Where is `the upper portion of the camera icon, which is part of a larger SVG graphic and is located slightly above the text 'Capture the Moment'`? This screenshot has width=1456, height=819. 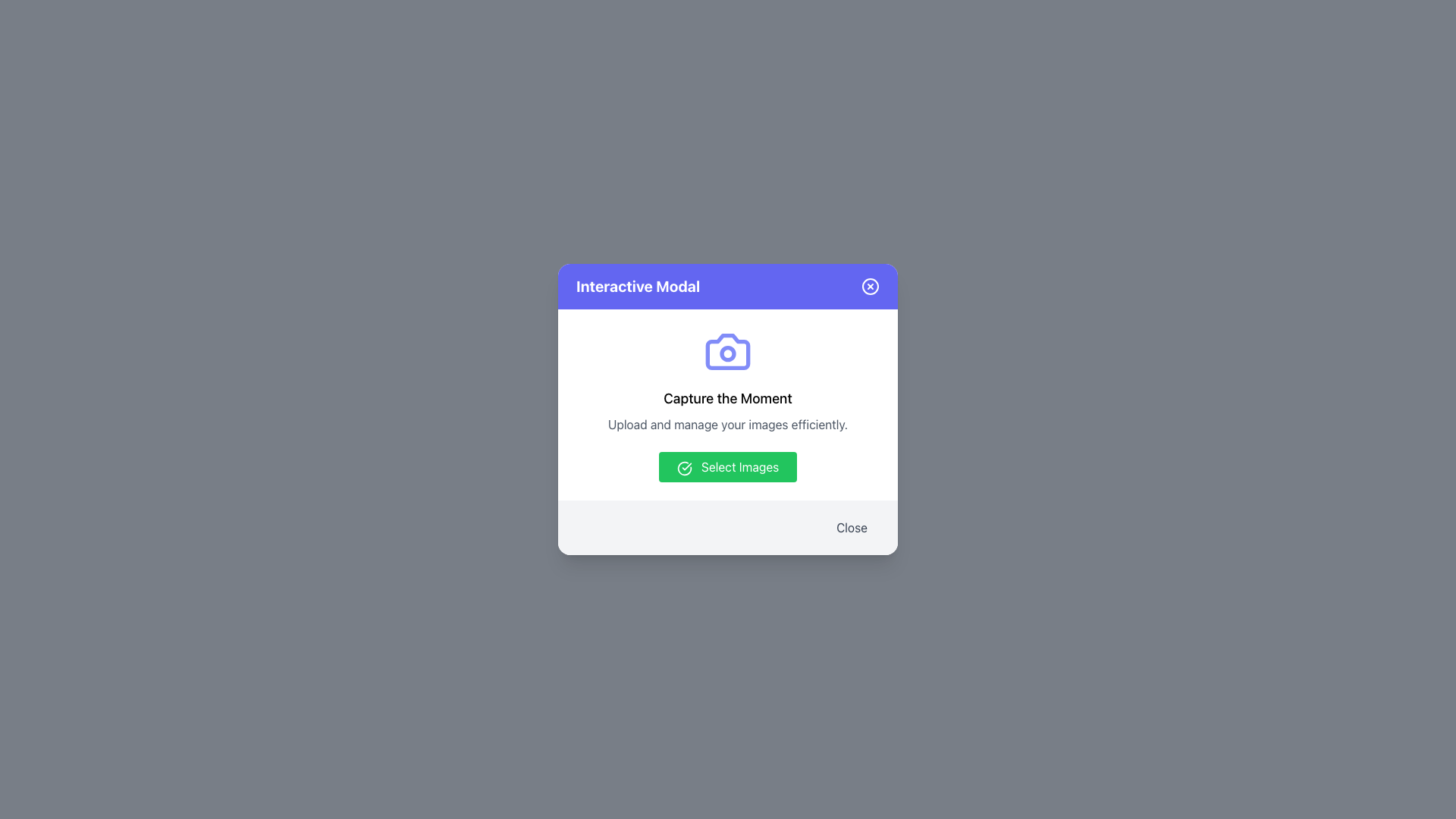
the upper portion of the camera icon, which is part of a larger SVG graphic and is located slightly above the text 'Capture the Moment' is located at coordinates (728, 351).